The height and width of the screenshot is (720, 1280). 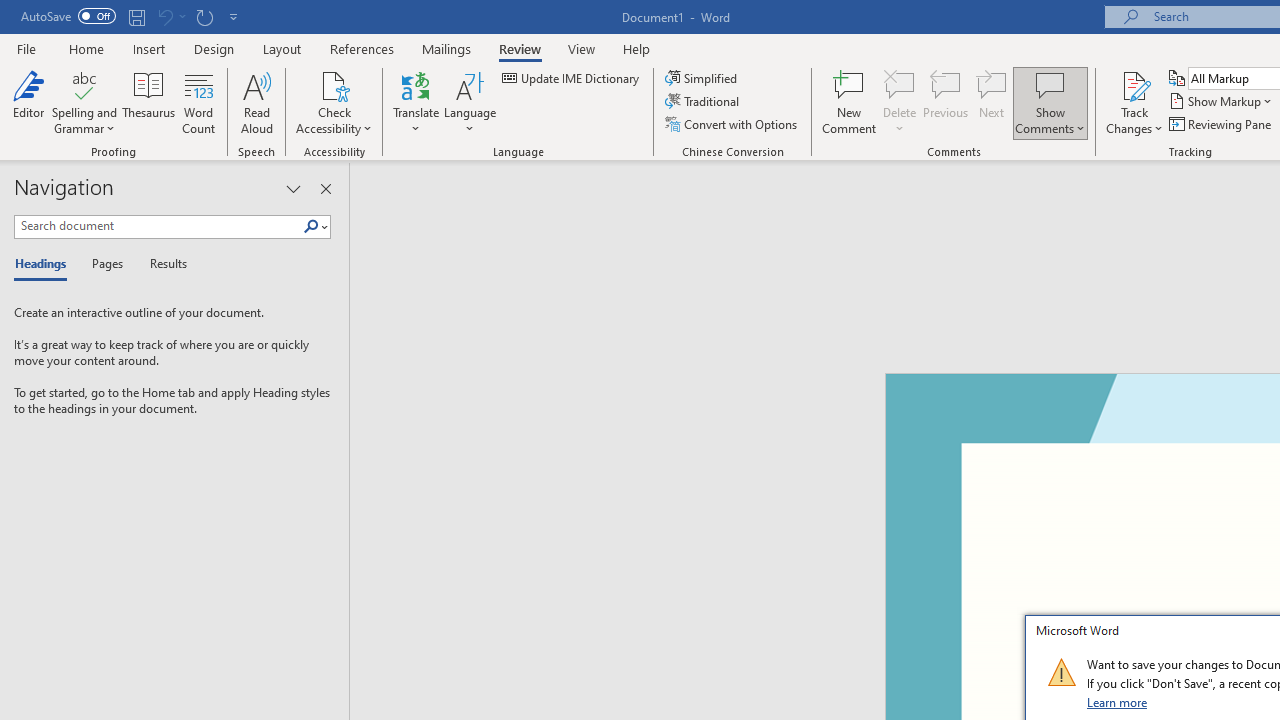 I want to click on 'Repeat Shrink Font', so click(x=204, y=16).